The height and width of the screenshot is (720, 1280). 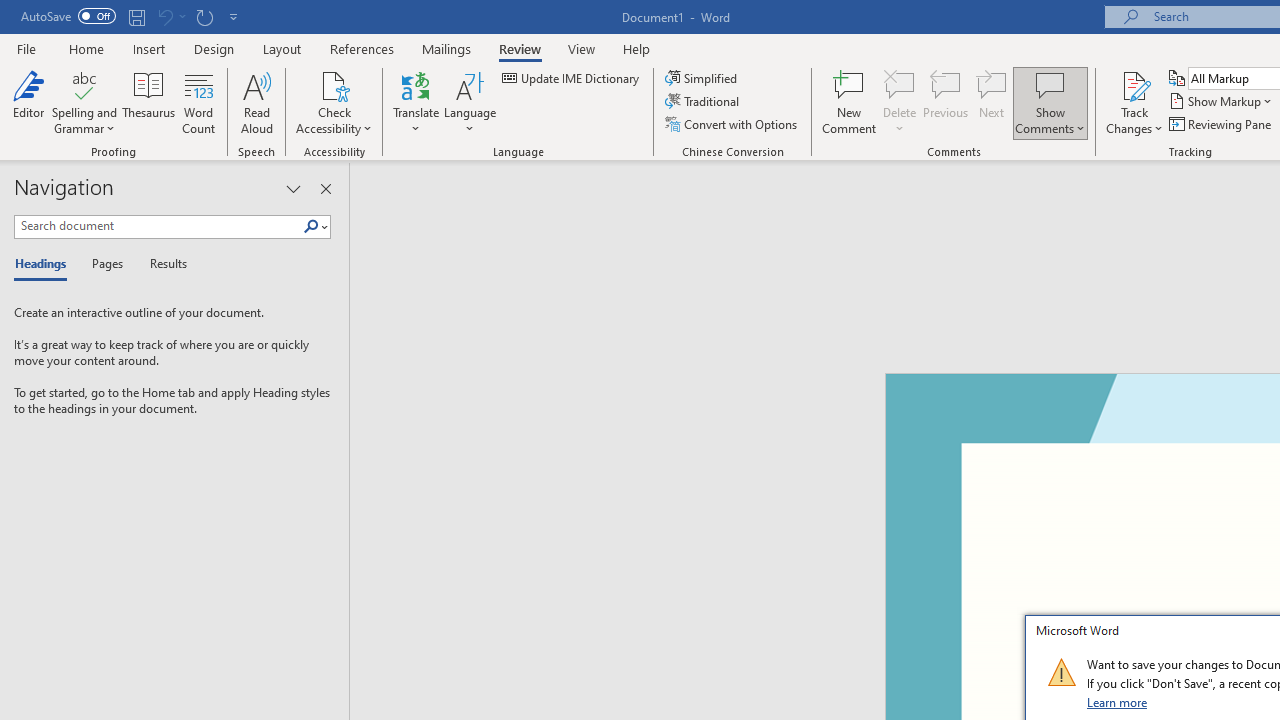 I want to click on 'Repeat Shrink Font', so click(x=204, y=16).